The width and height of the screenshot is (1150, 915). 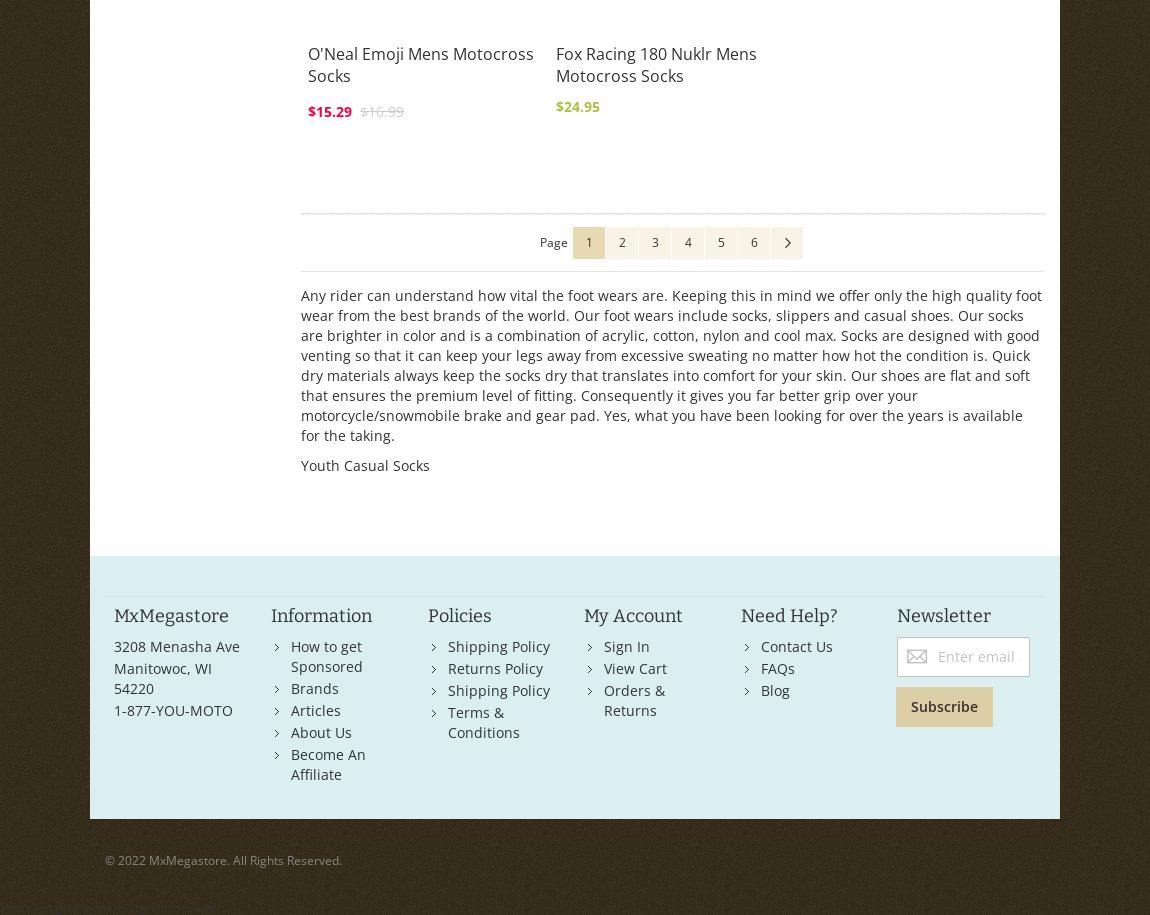 What do you see at coordinates (669, 364) in the screenshot?
I see `'Any rider can understand how vital the foot wears are. Keeping this in mind we offer only the high quality foot wear from the best brands of the world. Our foot wears include socks, slippers and casual shoes. Our socks are brighter in color and is a combination of acrylic, cotton, nylon and cool max. Socks are designed with good venting so that it can keep your legs away from excessive sweating no matter how hot the condition is. Quick dry materials always keep the socks dry that translates into comfort for your skin. Our shoes are flat and soft that ensures the premium level of fitting. Consequently it gives you far better grip over your motorcycle/snowmobile brake and gear pad. Yes, what you have been looking for over the years is available for the taking.'` at bounding box center [669, 364].